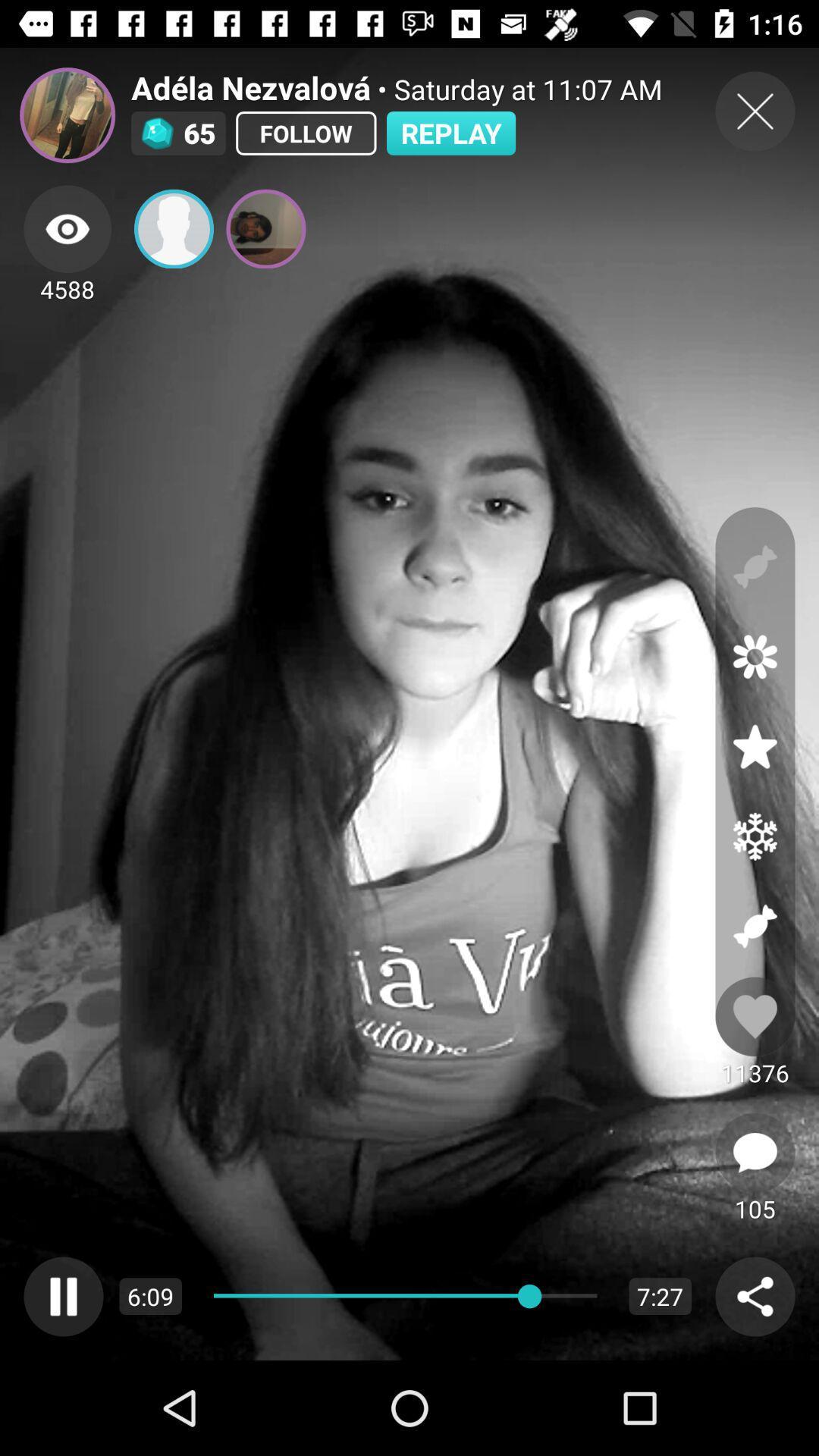 The image size is (819, 1456). I want to click on share, so click(755, 1295).